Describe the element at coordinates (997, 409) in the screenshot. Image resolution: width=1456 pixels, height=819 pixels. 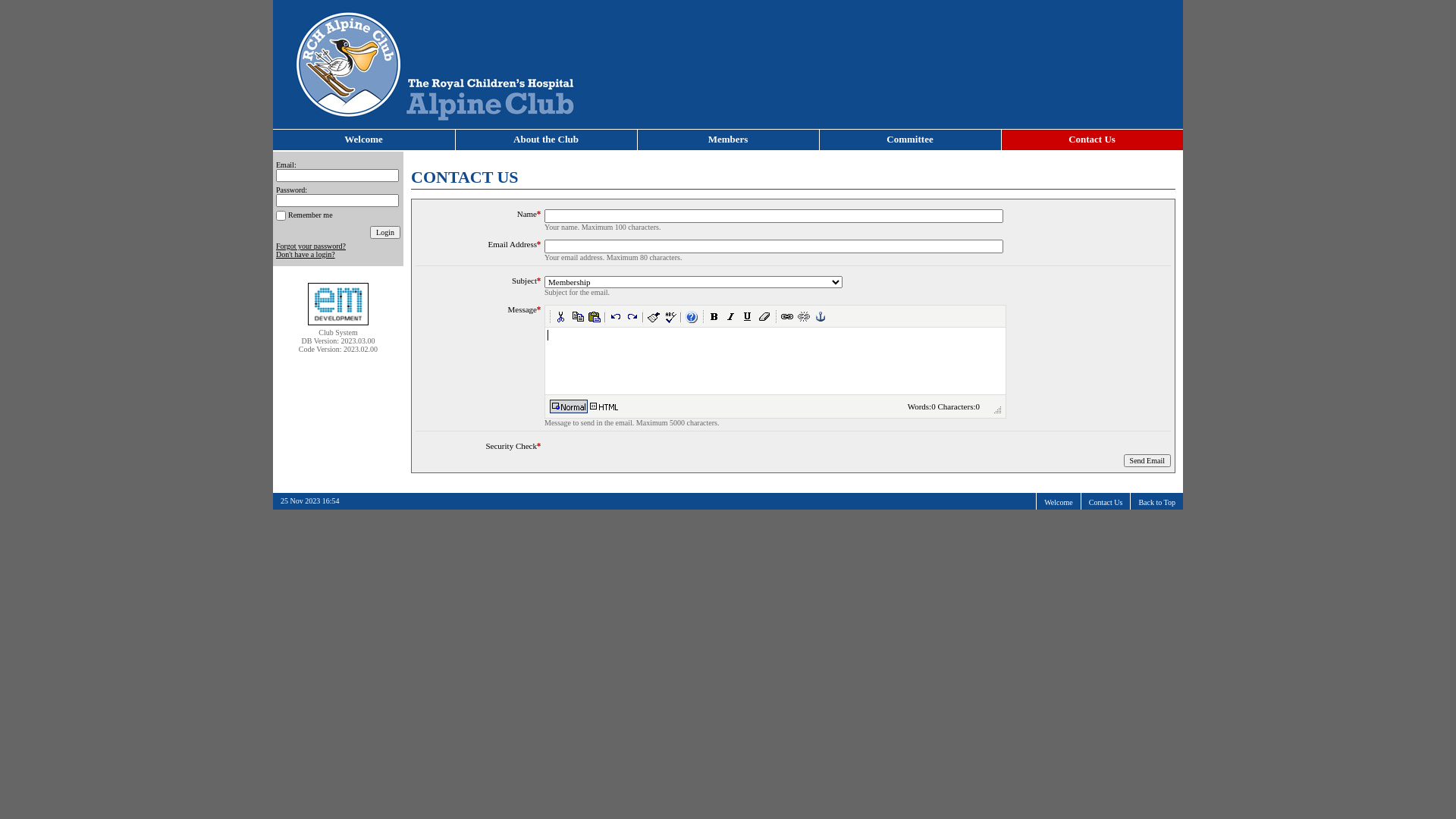
I see `'Resize'` at that location.